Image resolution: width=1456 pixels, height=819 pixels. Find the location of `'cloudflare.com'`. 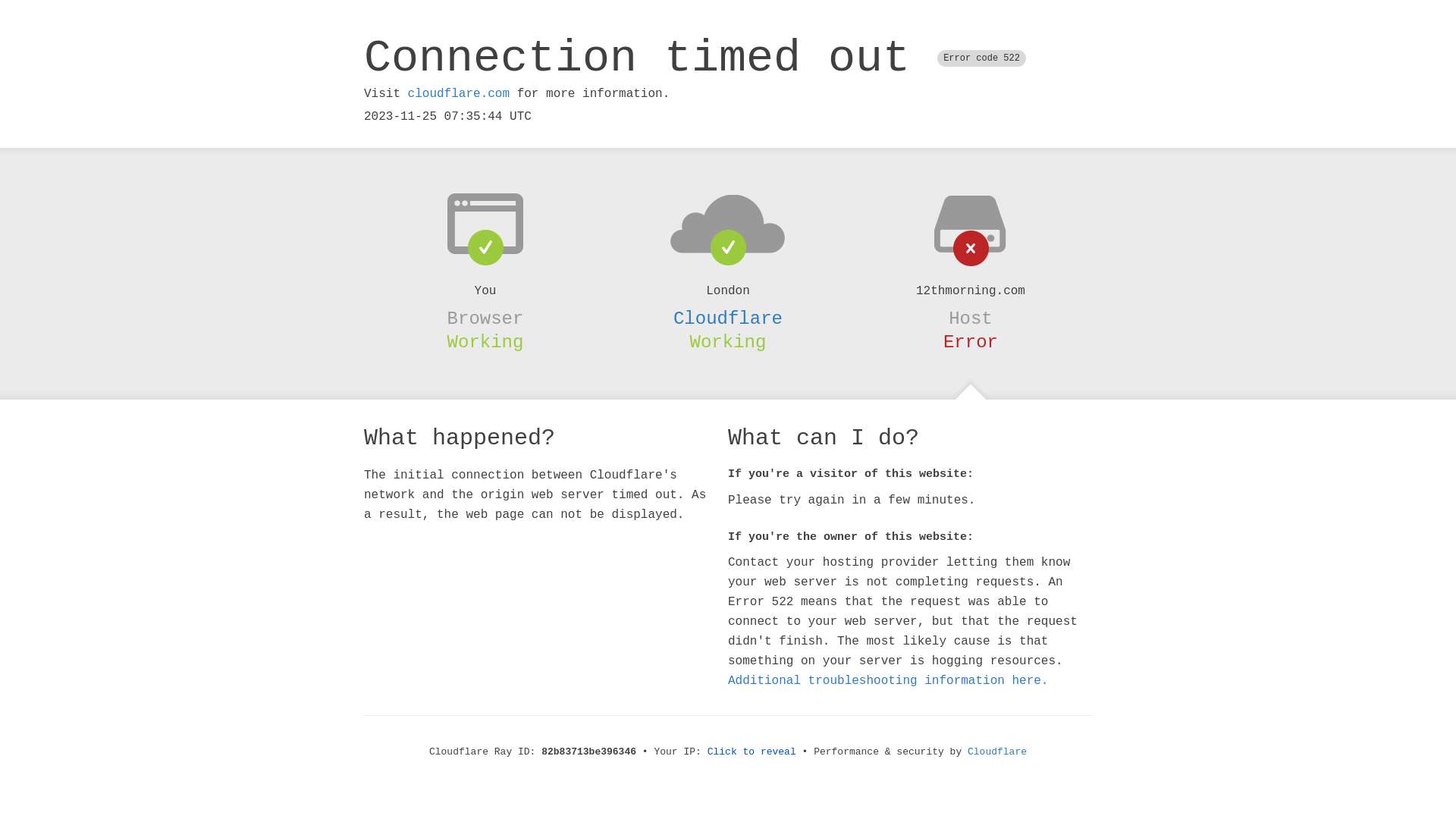

'cloudflare.com' is located at coordinates (457, 93).